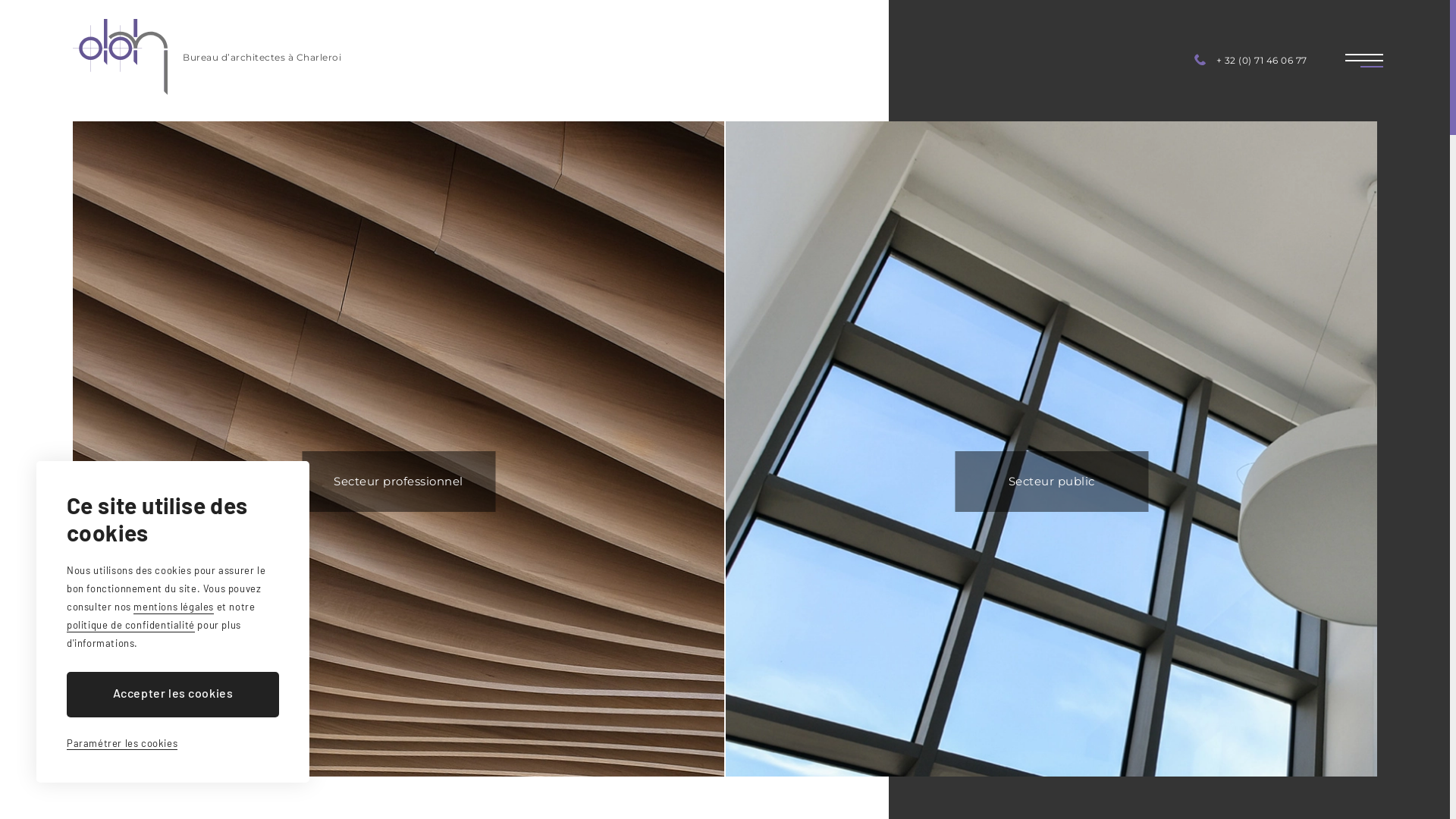  What do you see at coordinates (1250, 60) in the screenshot?
I see `'+ 32 (0) 71 46 06 77'` at bounding box center [1250, 60].